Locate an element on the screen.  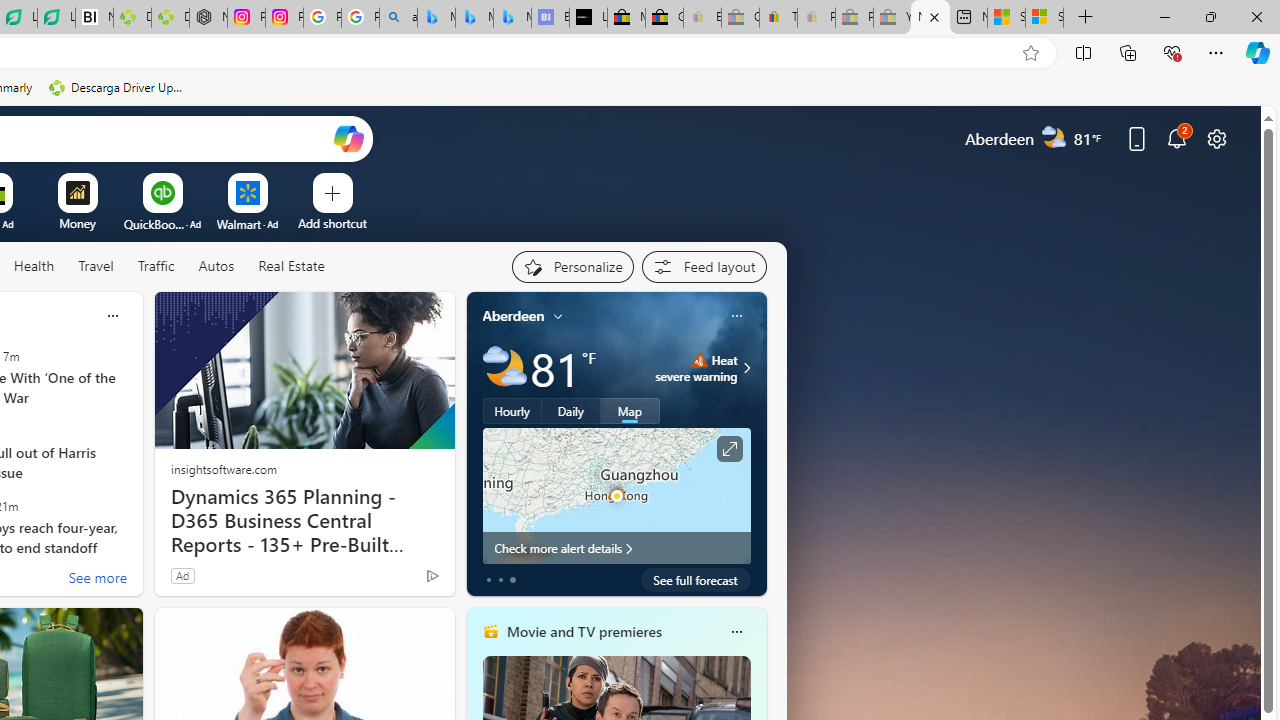
'Threats and offensive language policy | eBay' is located at coordinates (777, 17).